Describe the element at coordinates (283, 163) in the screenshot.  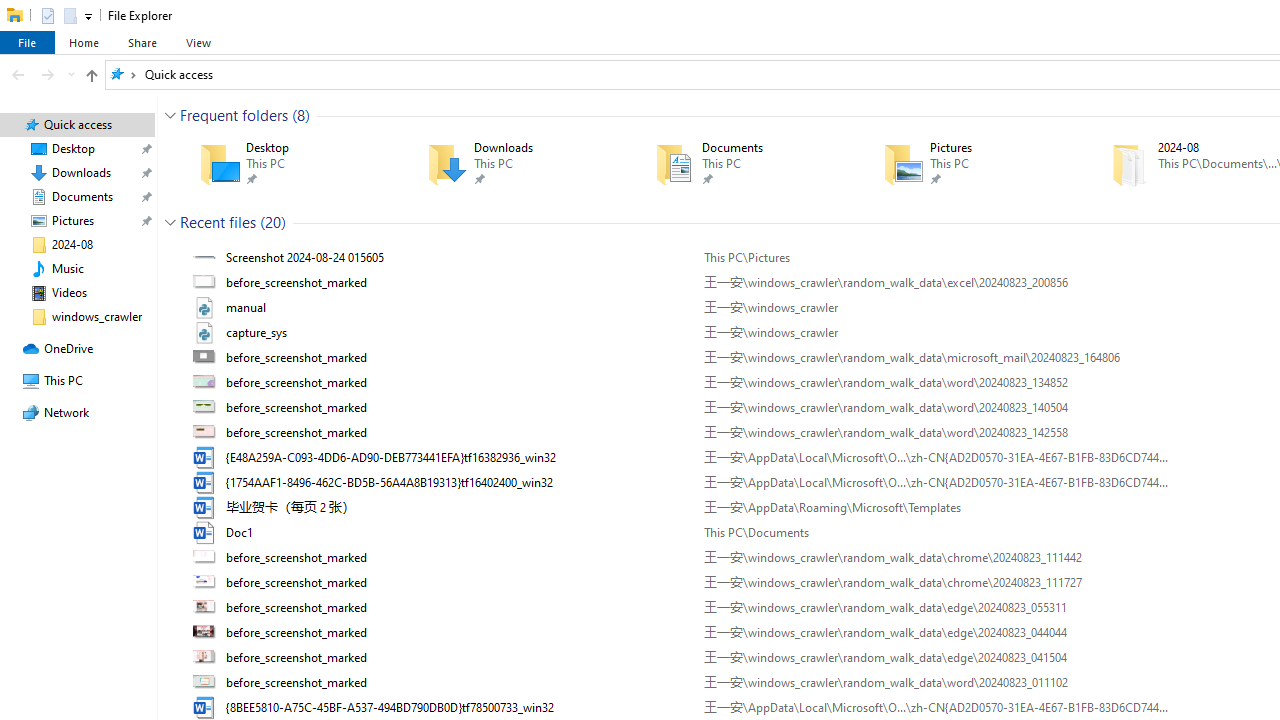
I see `'Desktop'` at that location.